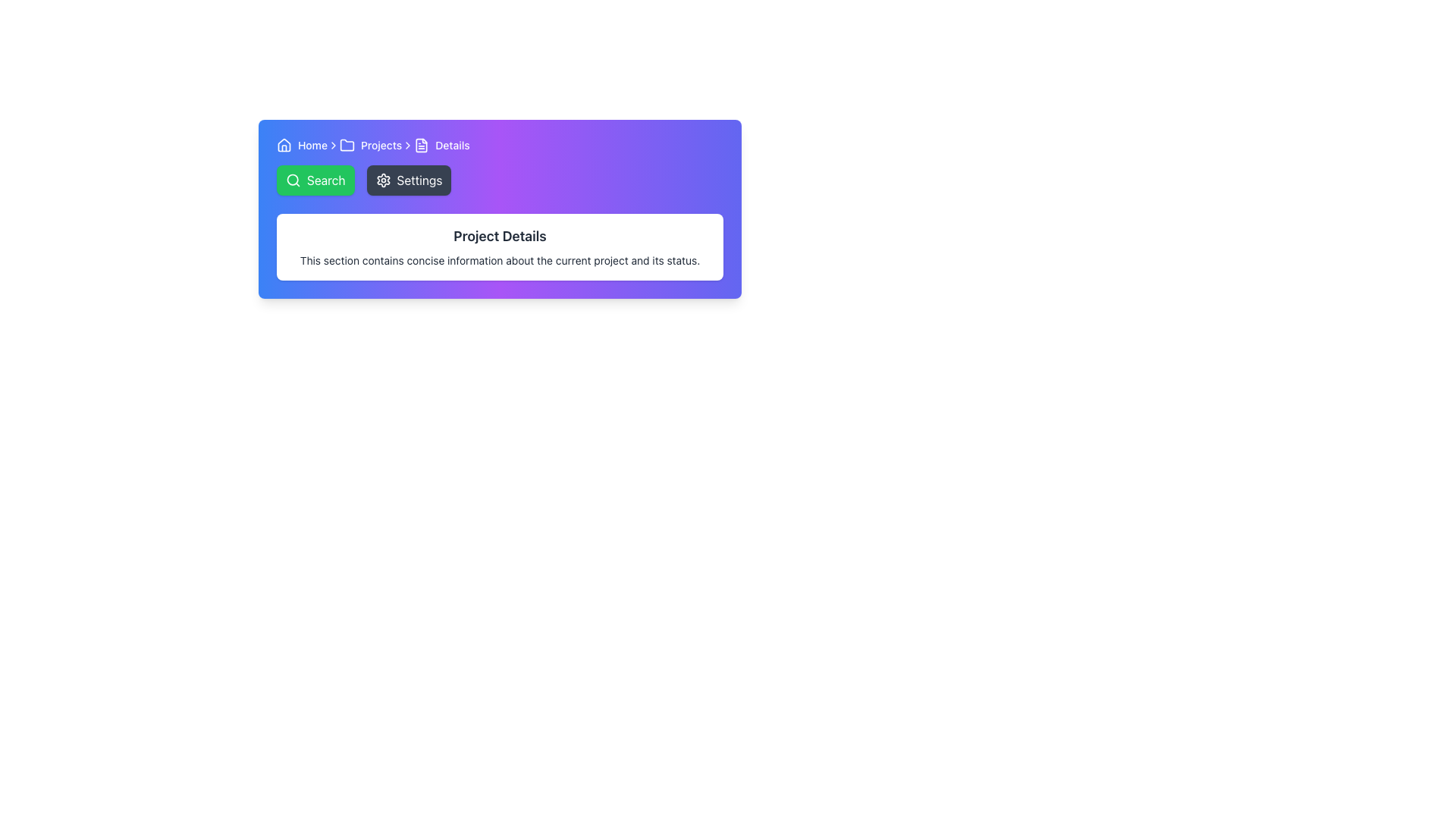 Image resolution: width=1456 pixels, height=819 pixels. I want to click on the gear icon representing settings functionality, located within the 'Settings' button, so click(383, 180).